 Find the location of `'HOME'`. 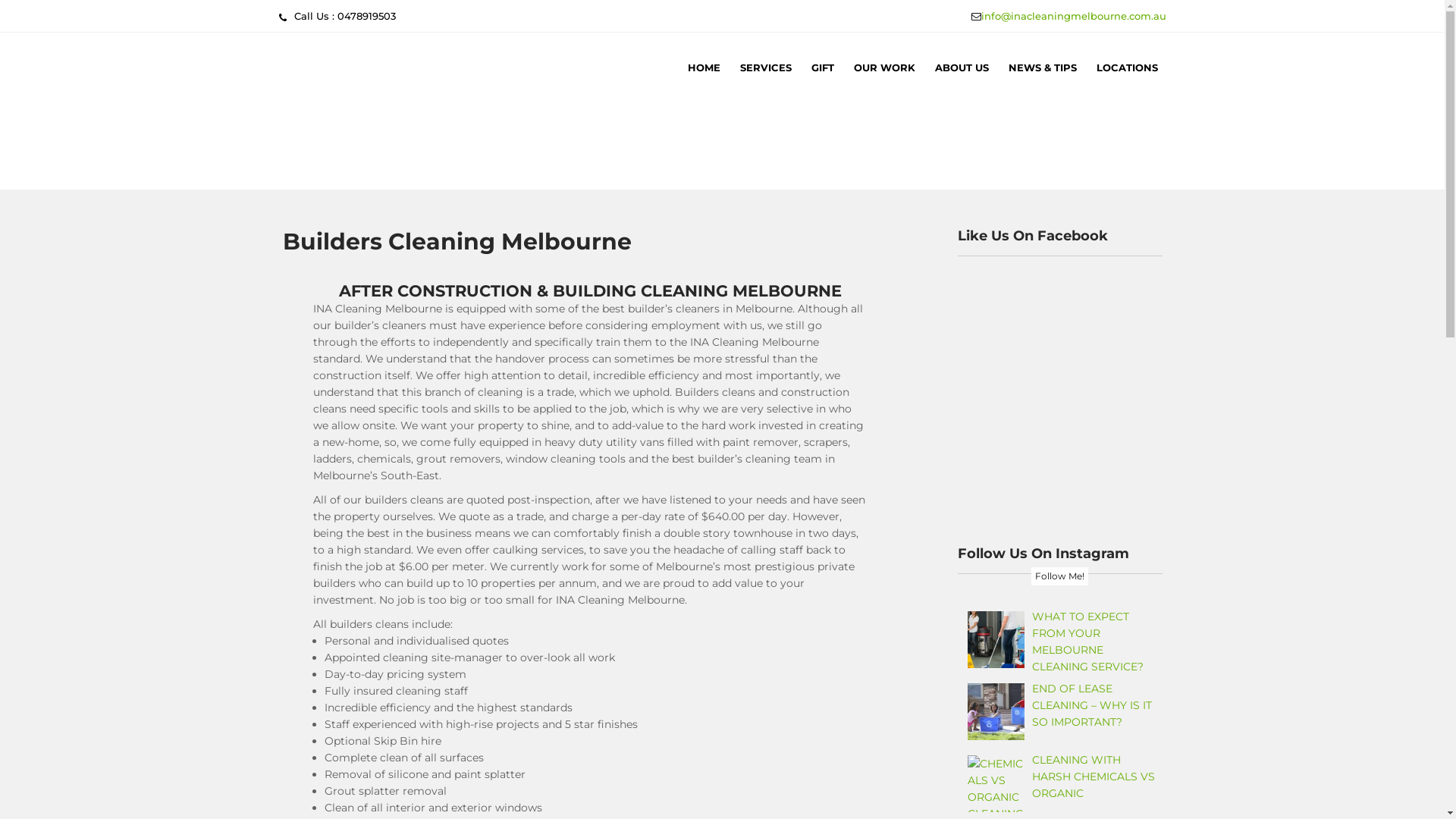

'HOME' is located at coordinates (703, 66).